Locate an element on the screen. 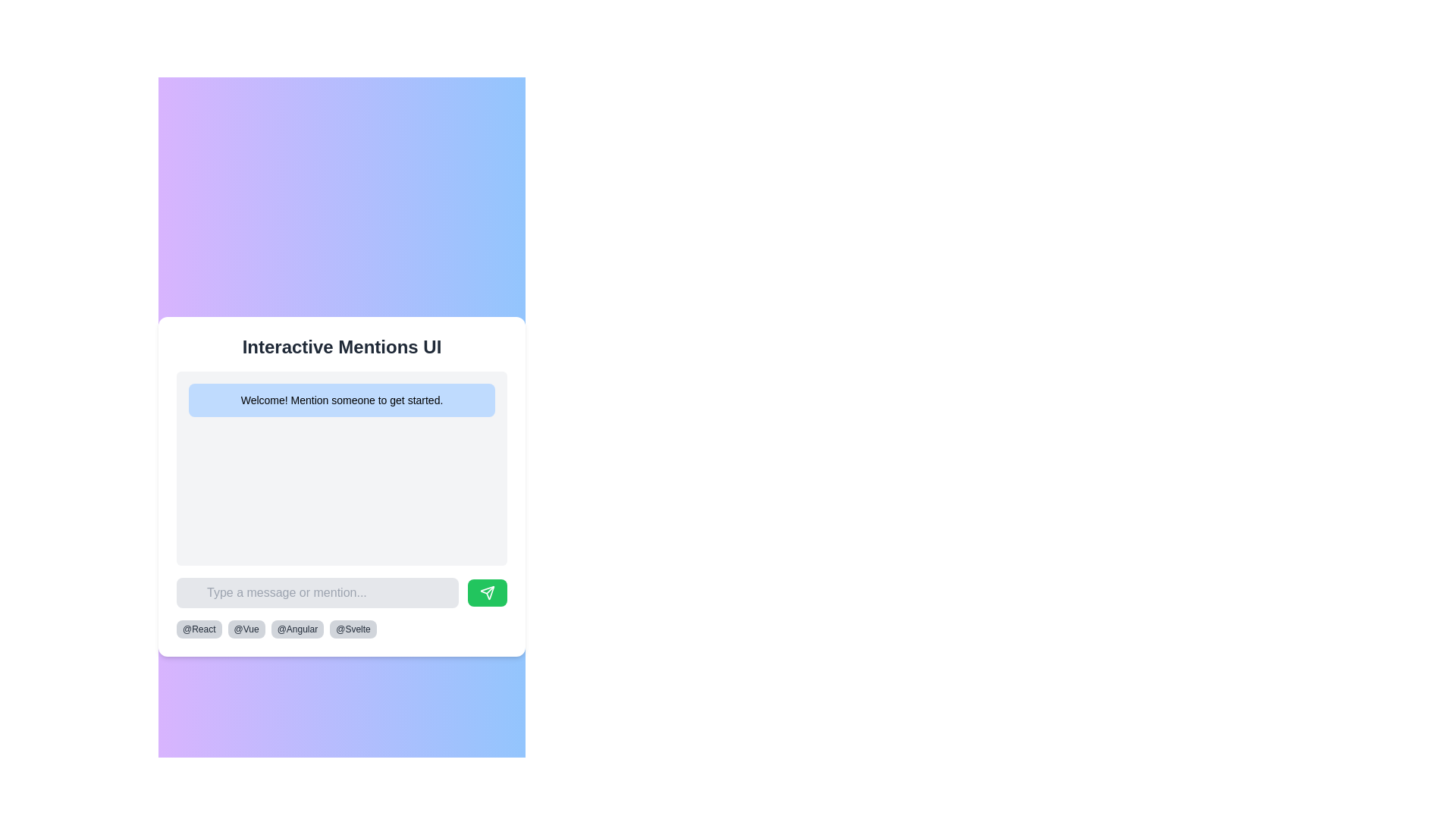 This screenshot has width=1456, height=819. the second tag or label component styled as a button, which indicates the topic 'Vue' is located at coordinates (246, 629).